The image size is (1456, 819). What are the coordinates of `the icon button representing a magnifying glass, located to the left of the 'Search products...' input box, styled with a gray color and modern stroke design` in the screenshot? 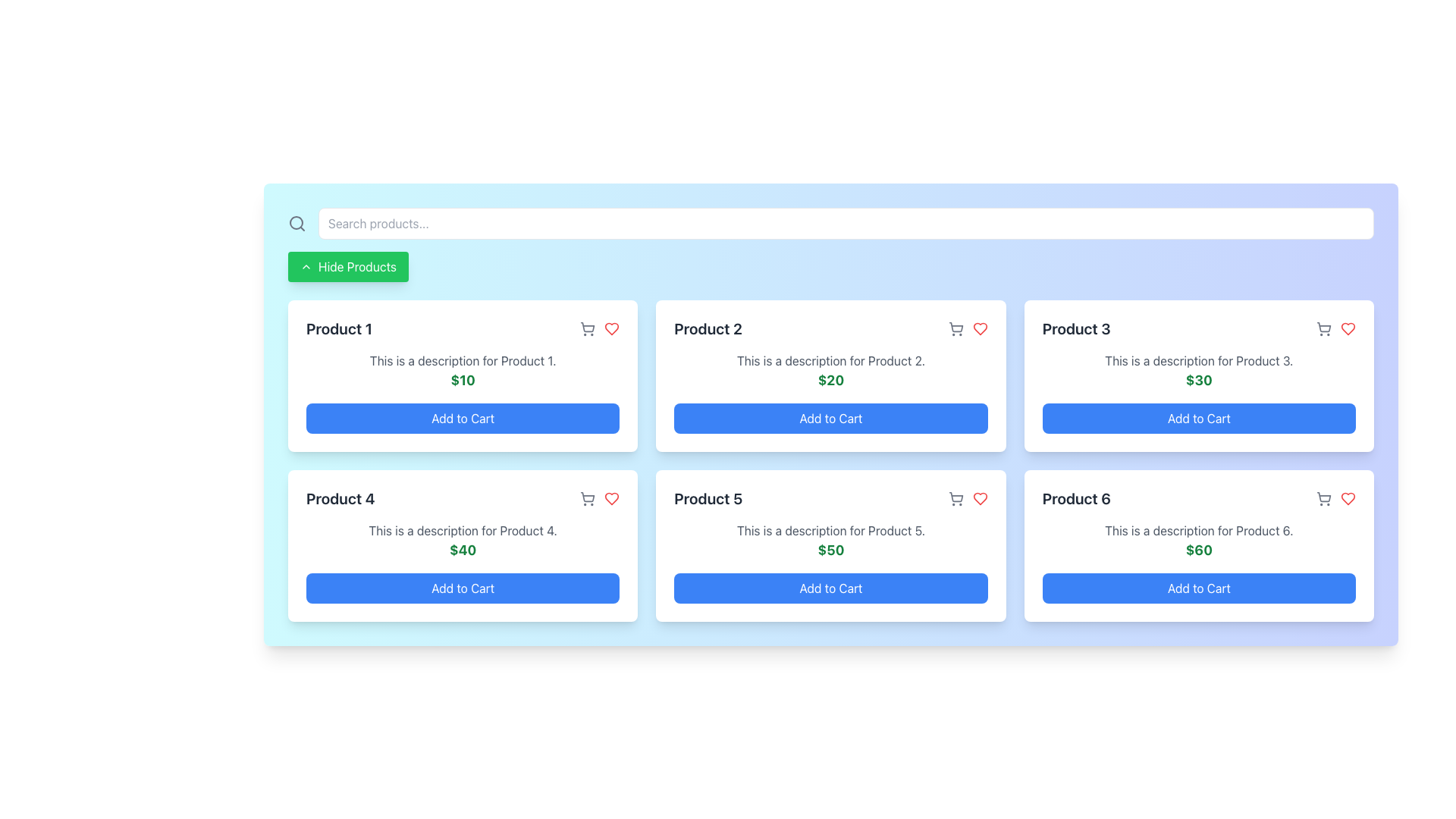 It's located at (297, 223).